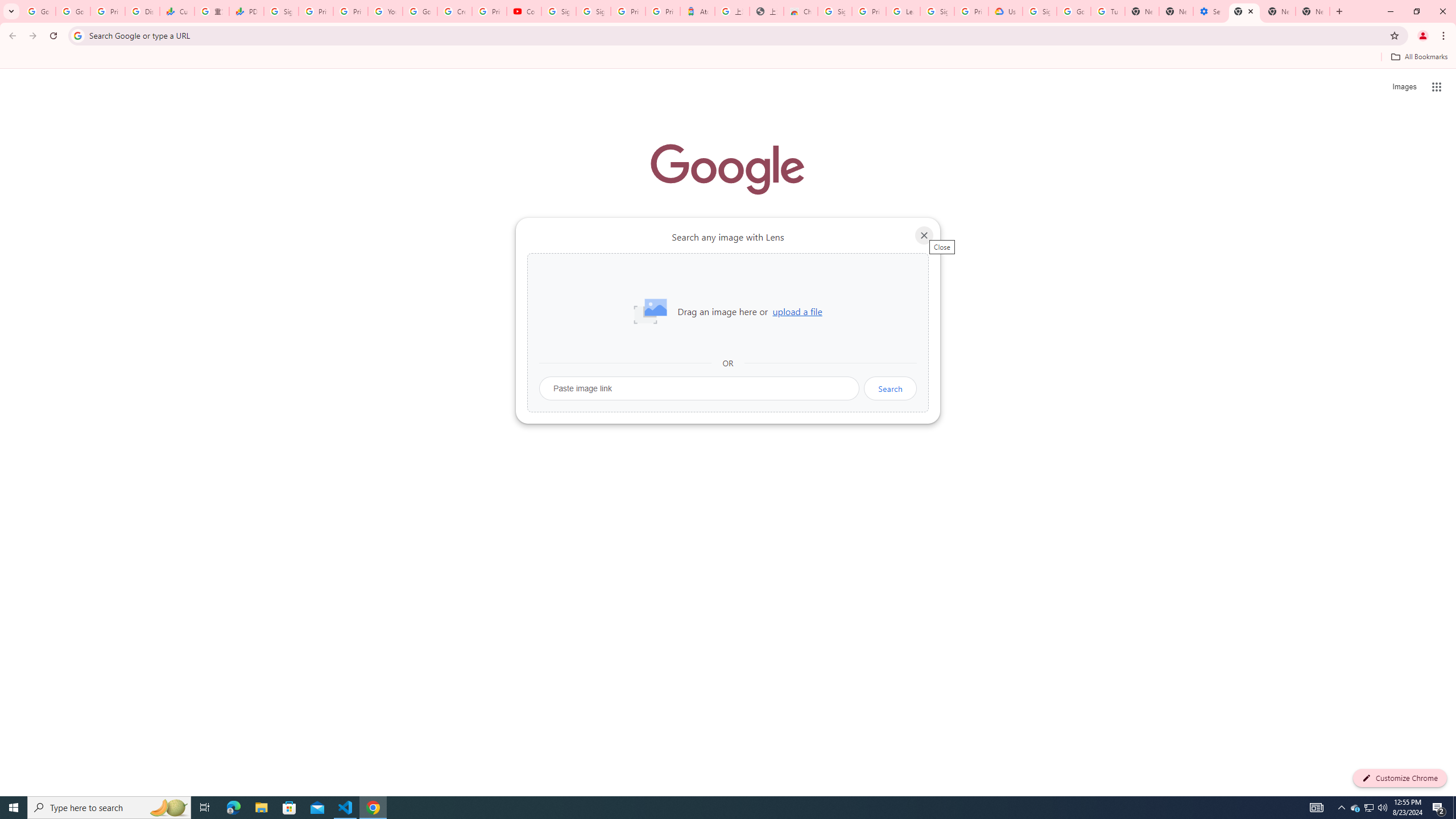 This screenshot has width=1456, height=819. I want to click on 'Turn cookies on or off - Computer - Google Account Help', so click(1108, 11).